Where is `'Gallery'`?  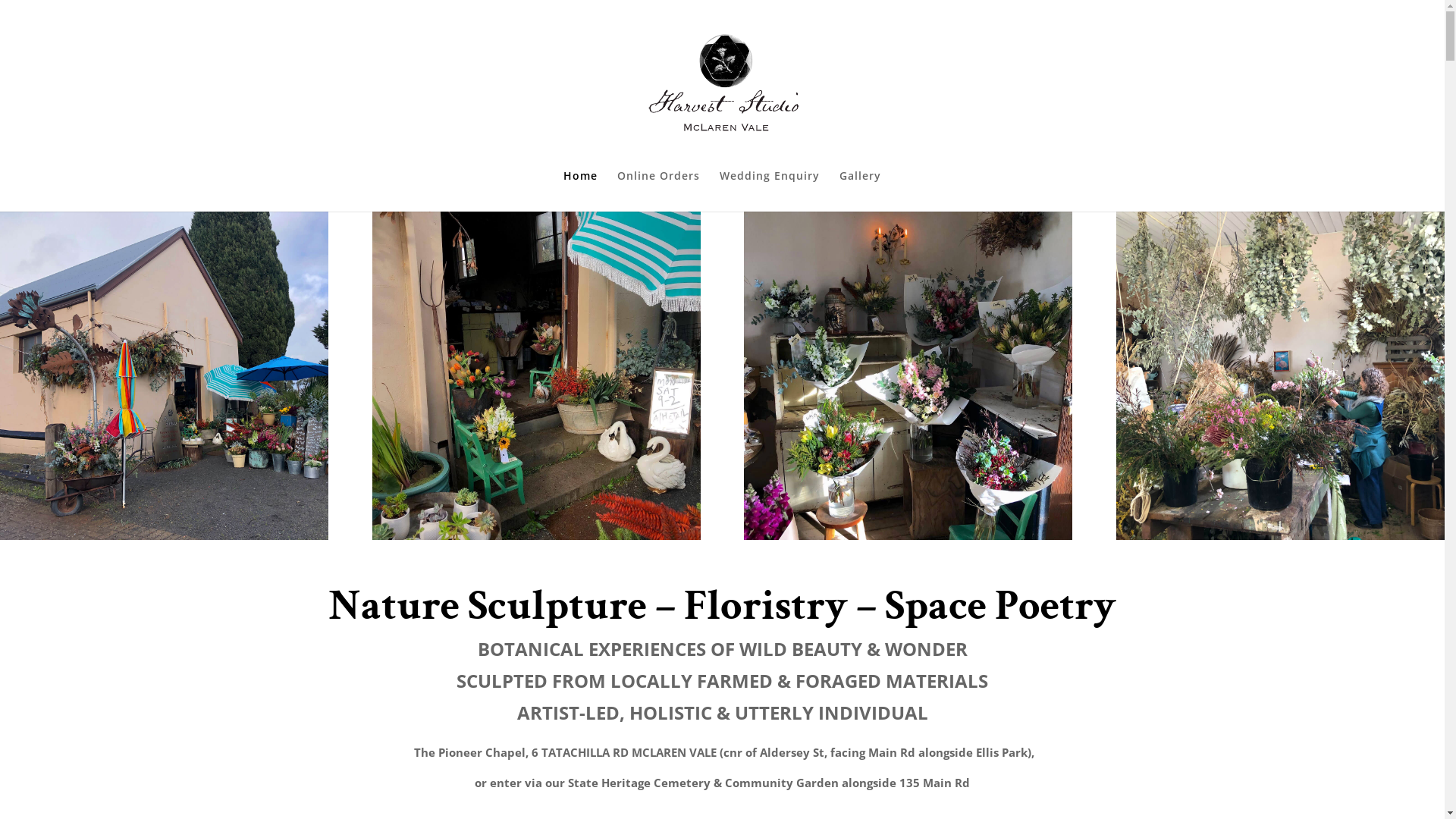
'Gallery' is located at coordinates (839, 190).